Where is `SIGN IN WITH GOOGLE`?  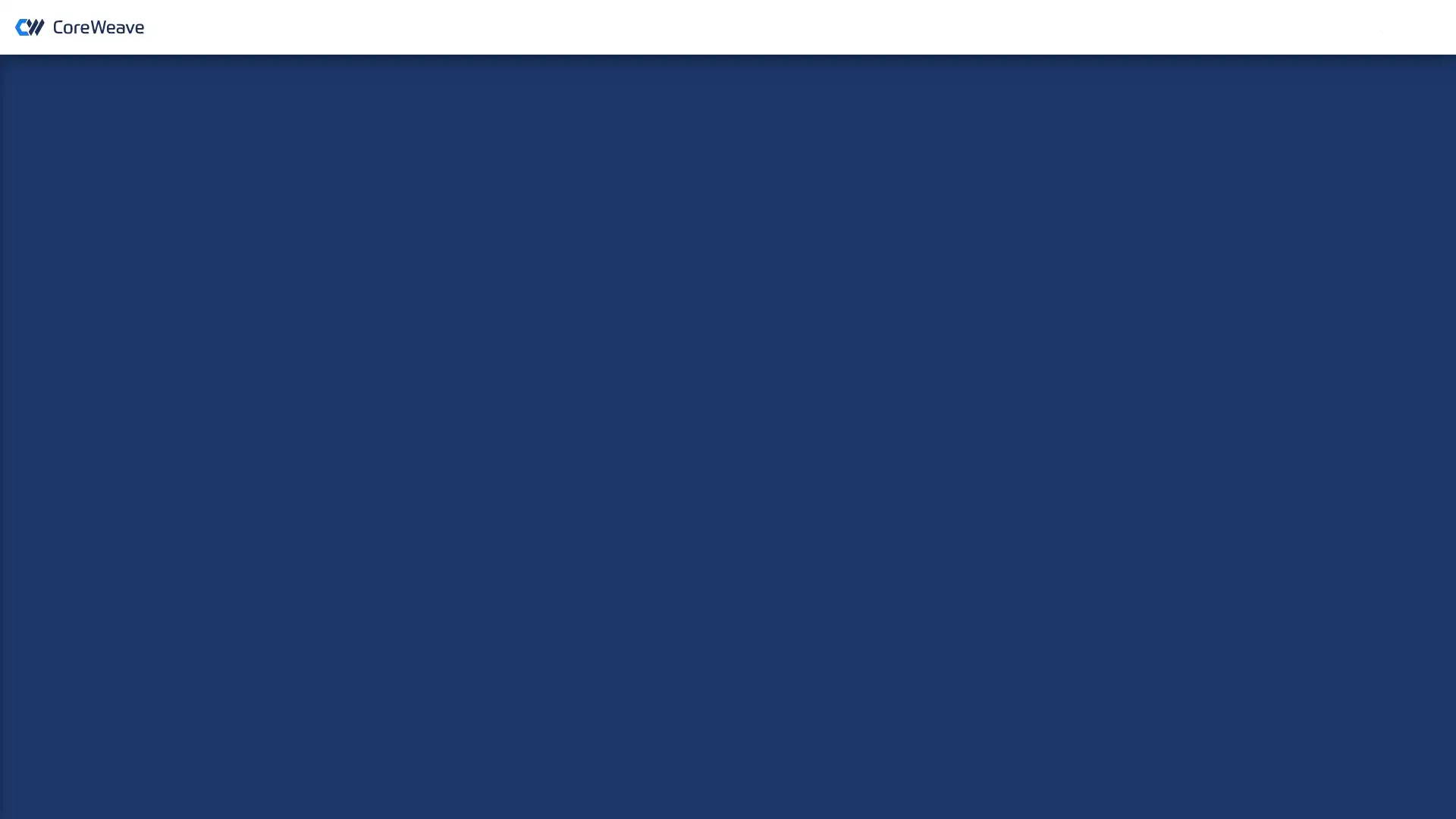
SIGN IN WITH GOOGLE is located at coordinates (726, 447).